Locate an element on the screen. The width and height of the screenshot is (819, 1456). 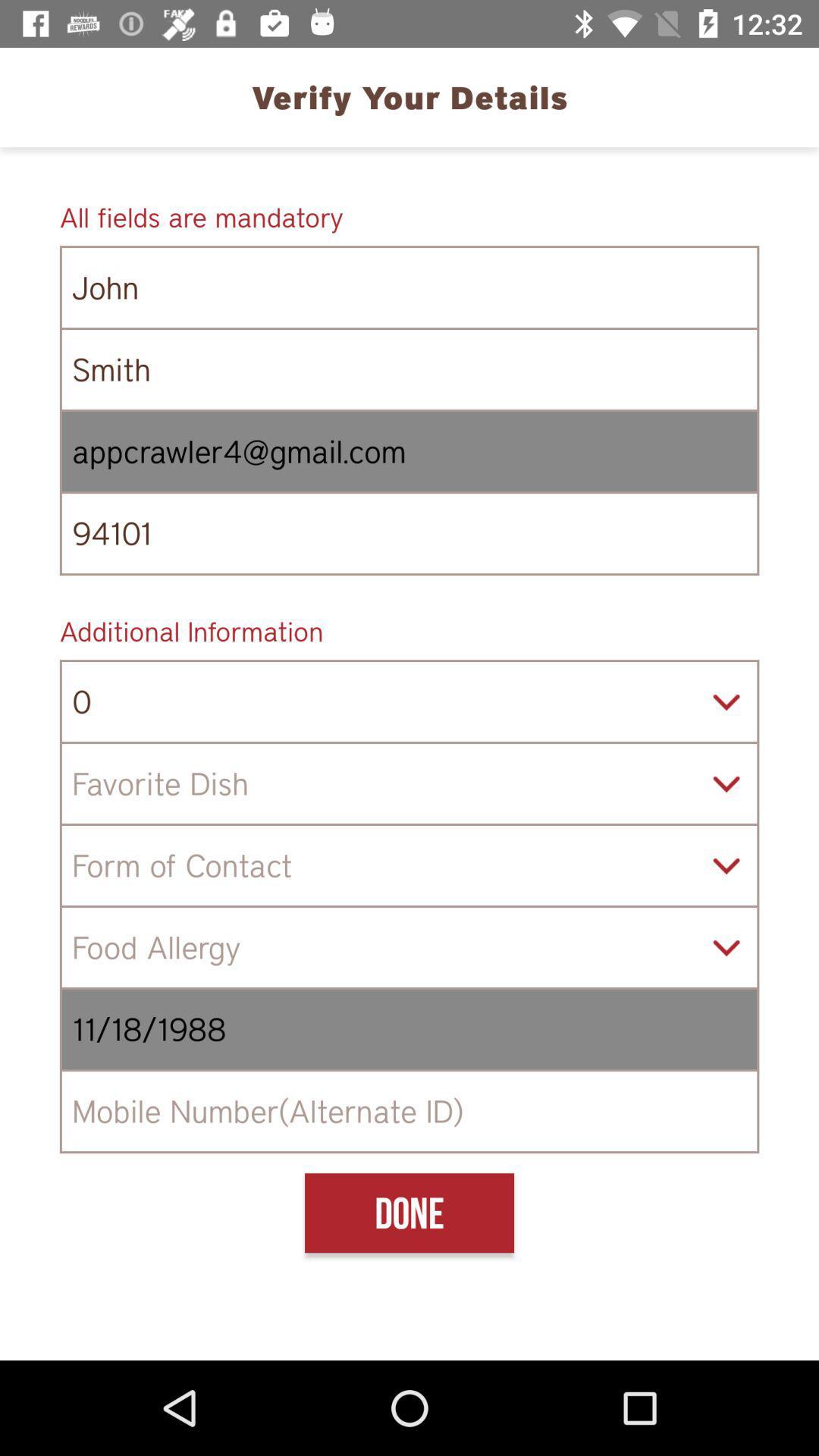
john item is located at coordinates (409, 287).